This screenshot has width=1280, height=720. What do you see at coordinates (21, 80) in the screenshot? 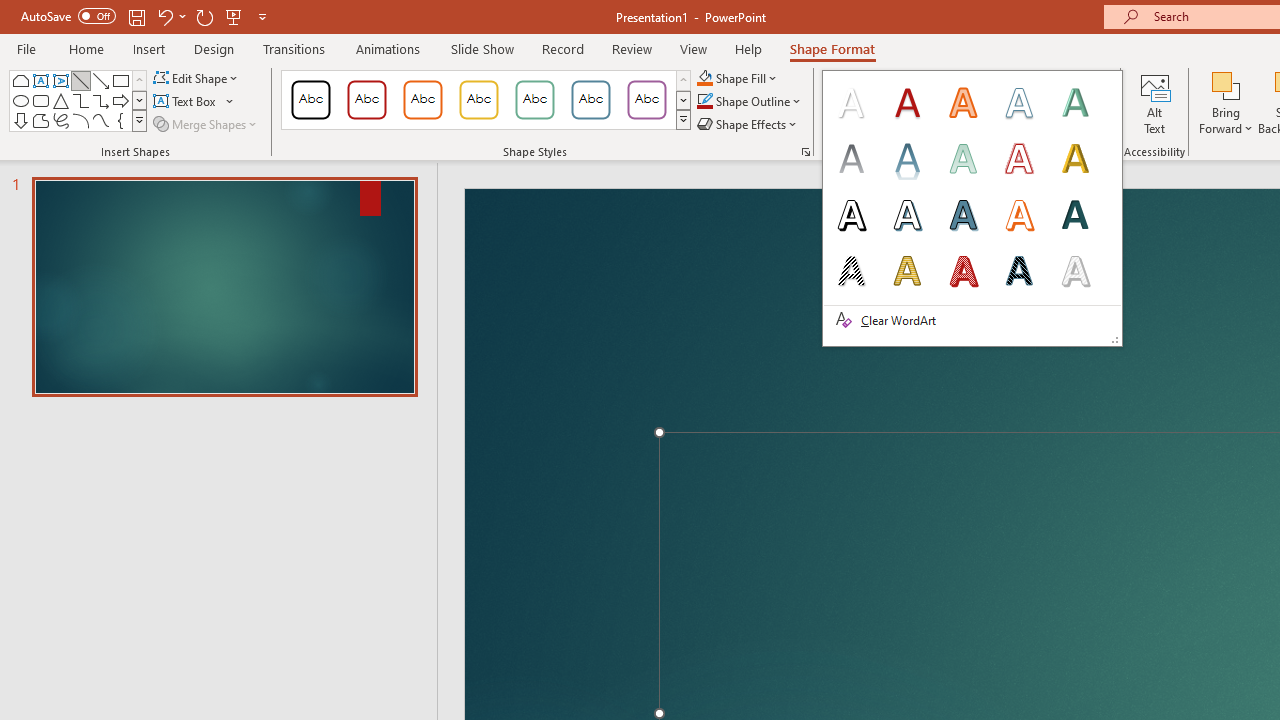
I see `'Rectangle: Top Corners Snipped'` at bounding box center [21, 80].